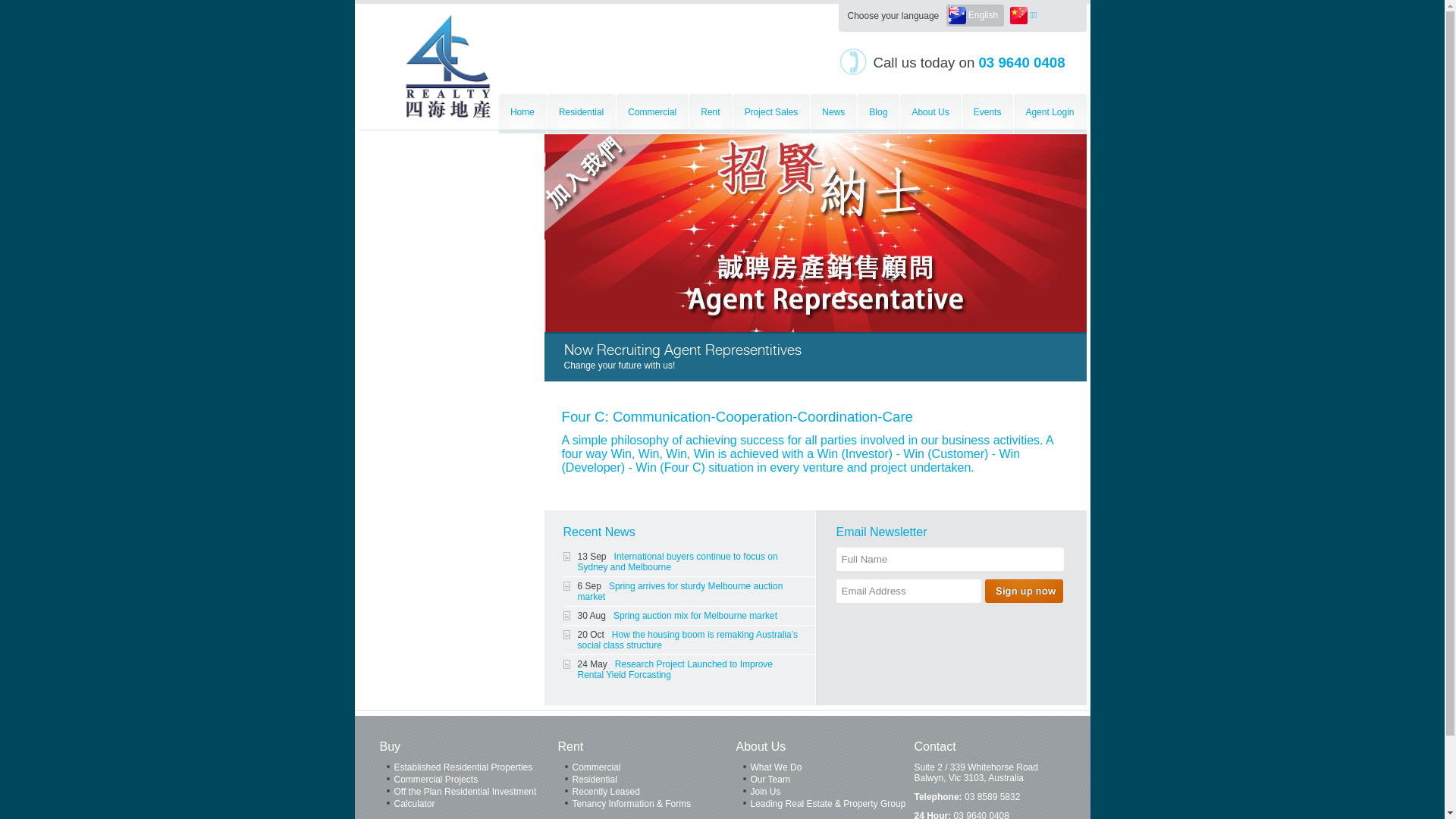 This screenshot has height=819, width=1456. I want to click on 'Spring auction mix for Melbourne market', so click(694, 616).